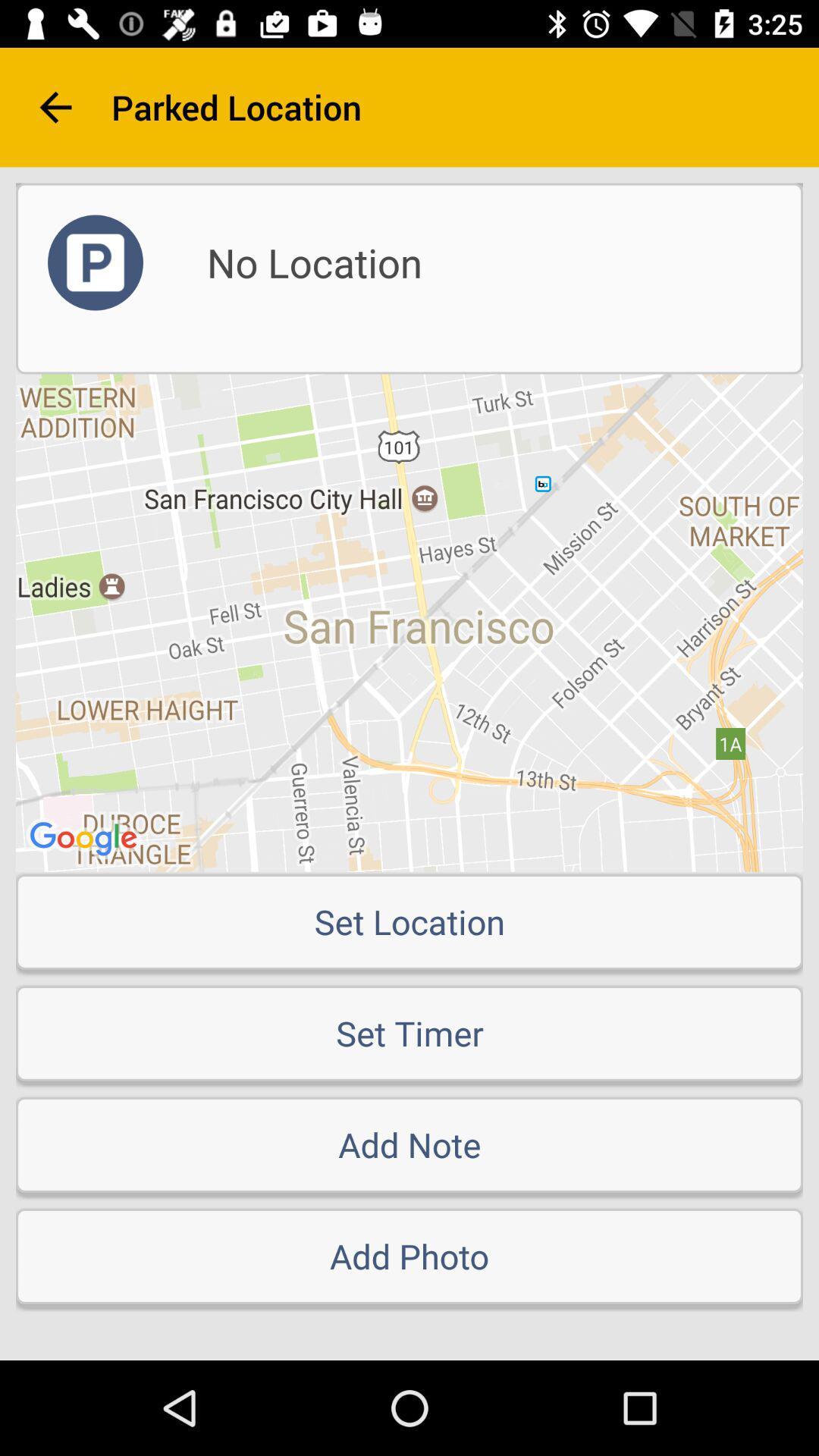 The width and height of the screenshot is (819, 1456). What do you see at coordinates (409, 1032) in the screenshot?
I see `set timer` at bounding box center [409, 1032].